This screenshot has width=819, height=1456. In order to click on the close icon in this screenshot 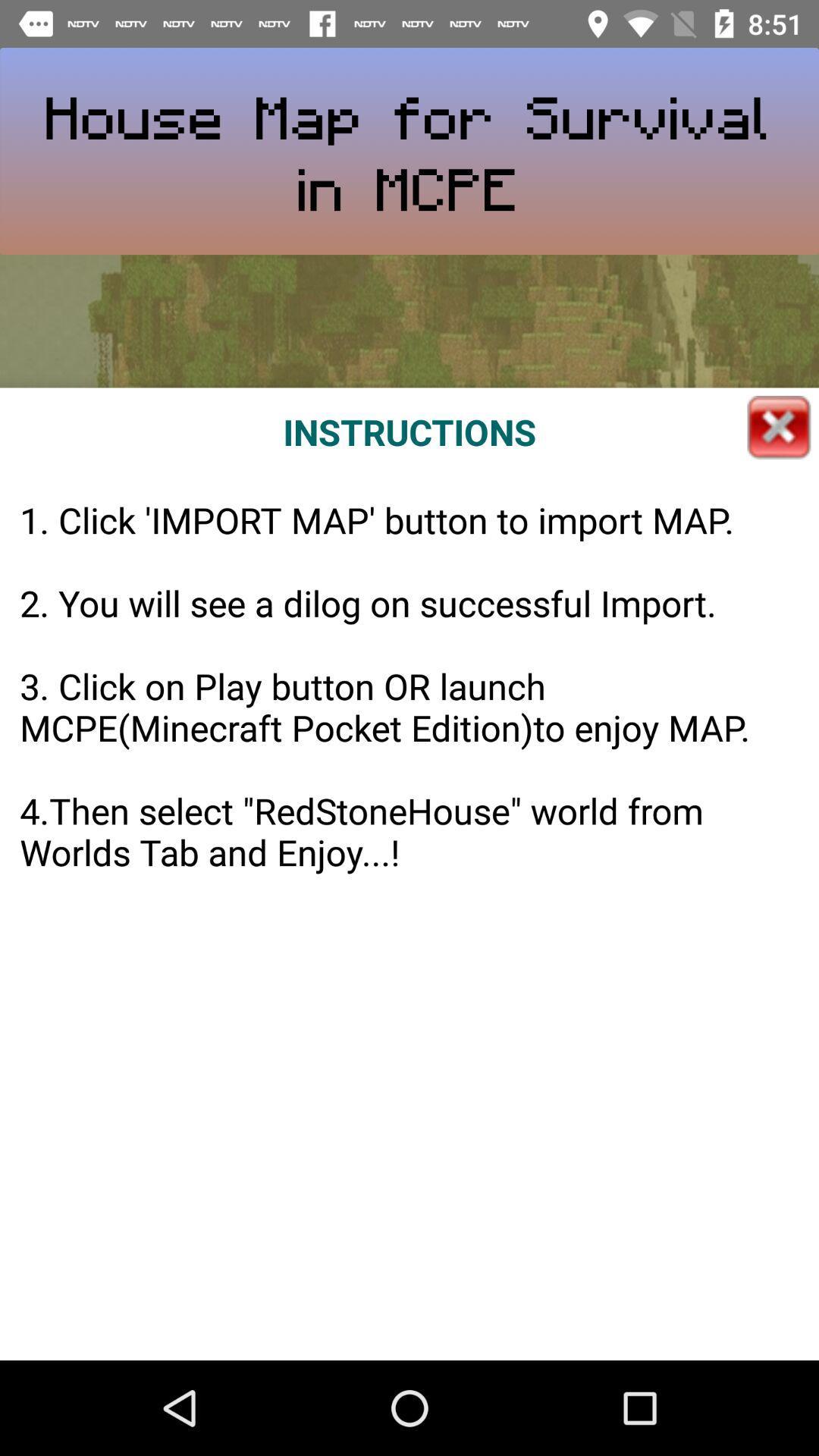, I will do `click(779, 426)`.